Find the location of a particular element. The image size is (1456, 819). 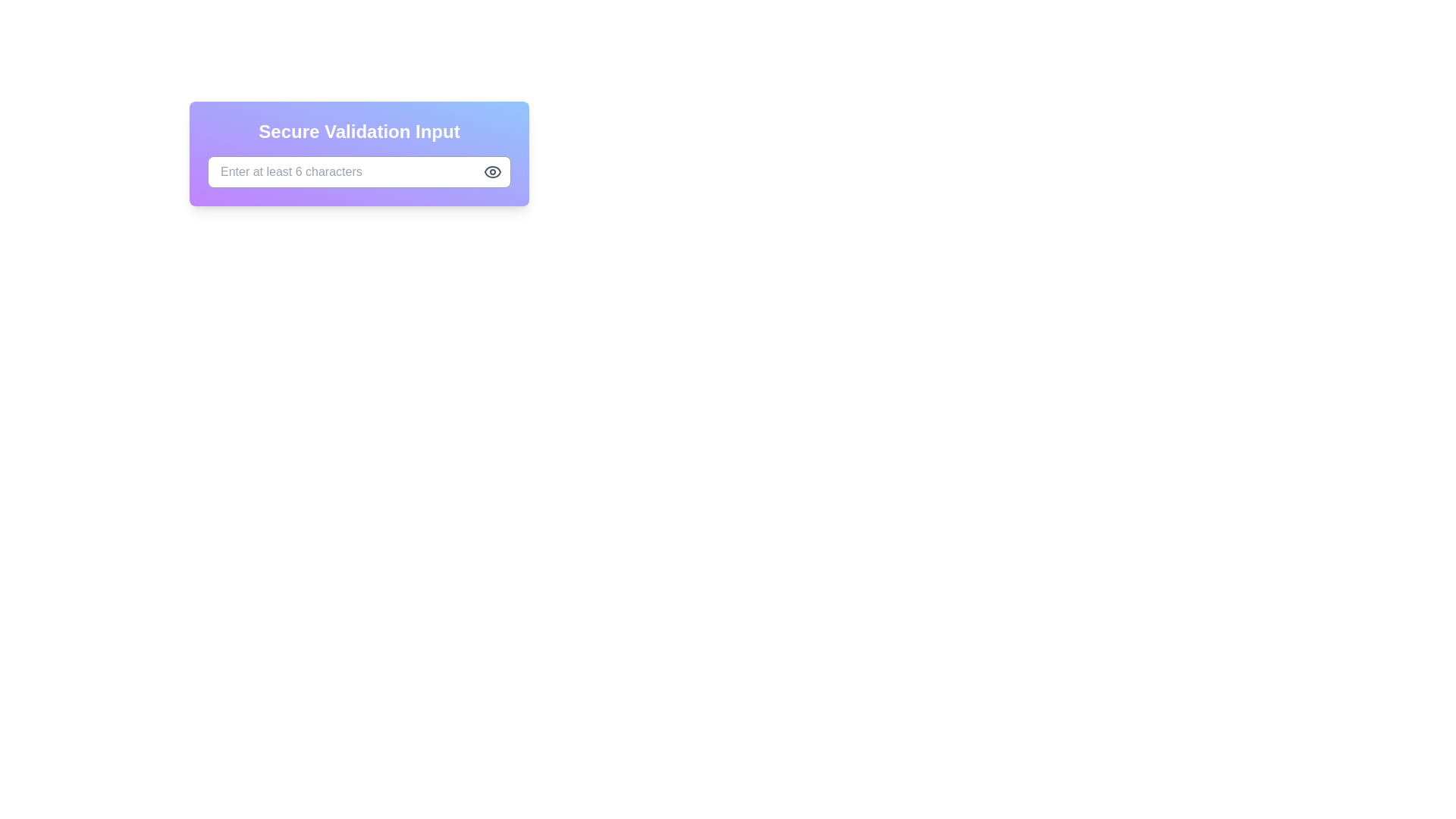

the composite UI component titled 'Secure Validation Input' which includes an input field and an eye icon is located at coordinates (359, 154).